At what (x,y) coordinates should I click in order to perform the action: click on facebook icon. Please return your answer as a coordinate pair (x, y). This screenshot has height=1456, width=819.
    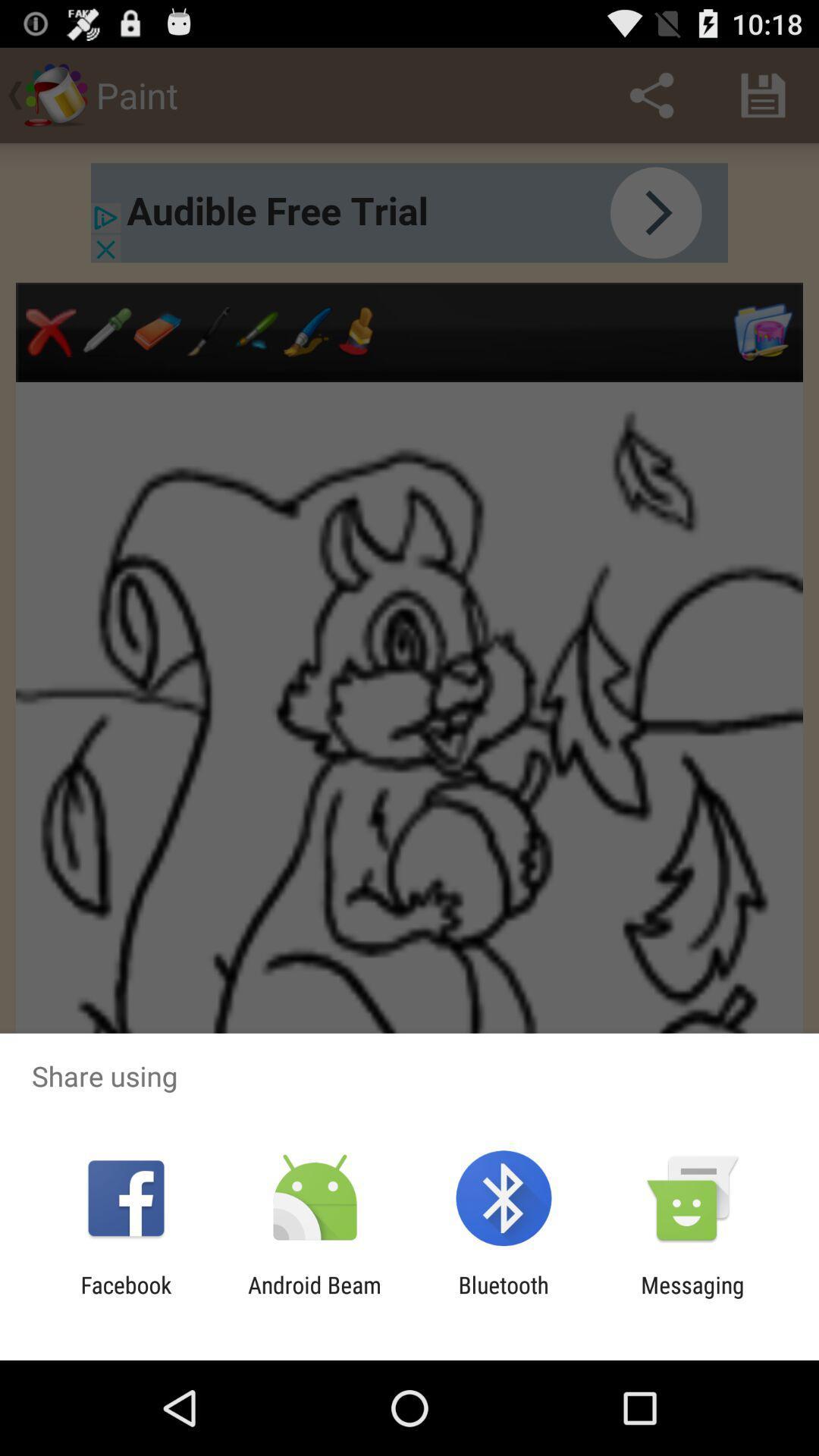
    Looking at the image, I should click on (125, 1298).